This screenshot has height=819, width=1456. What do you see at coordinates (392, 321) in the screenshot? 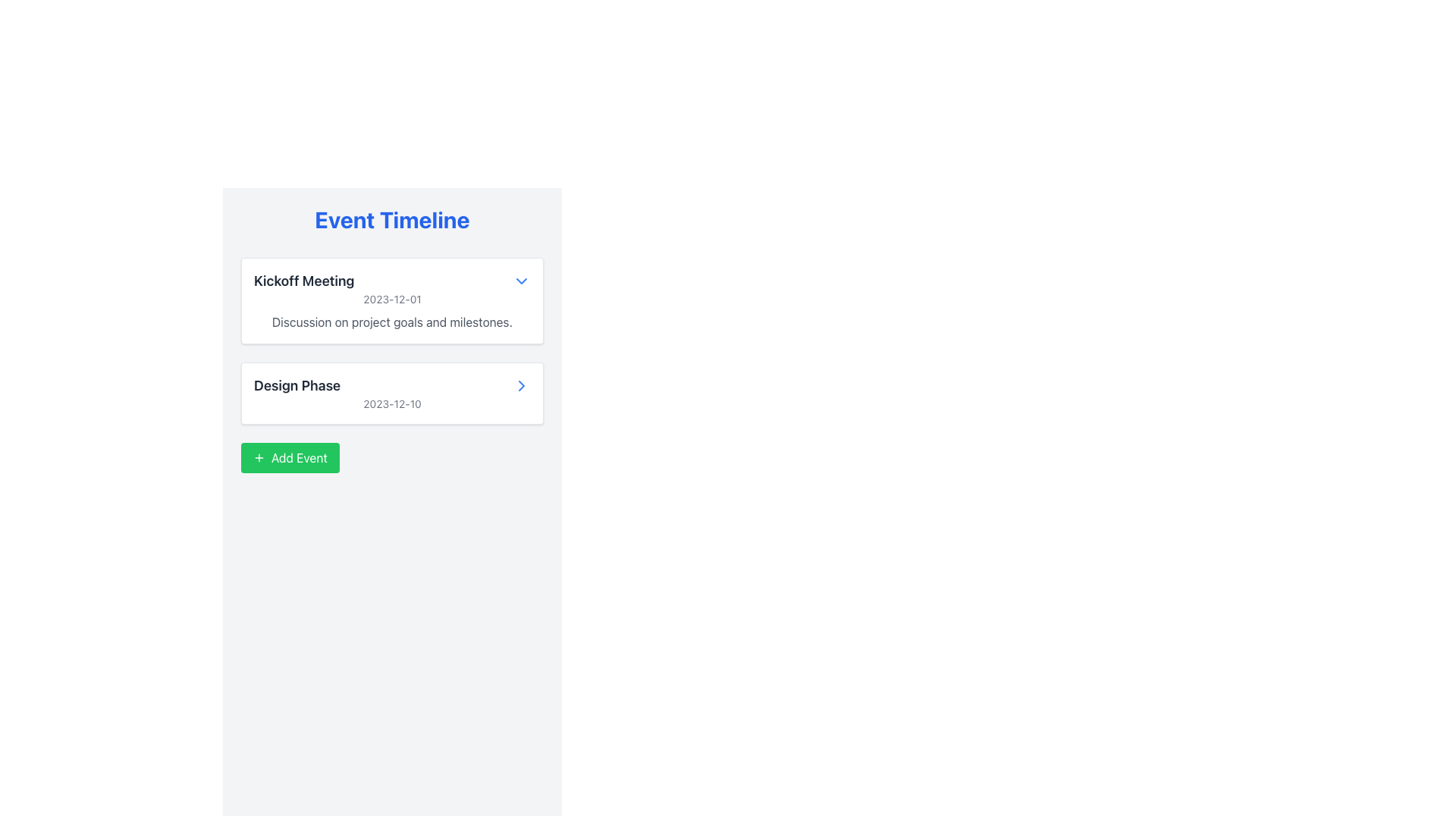
I see `the descriptive text label that provides additional details about the 'Kickoff Meeting' event, located below the '2023-12-01' date text within the 'Kickoff Meeting' card` at bounding box center [392, 321].